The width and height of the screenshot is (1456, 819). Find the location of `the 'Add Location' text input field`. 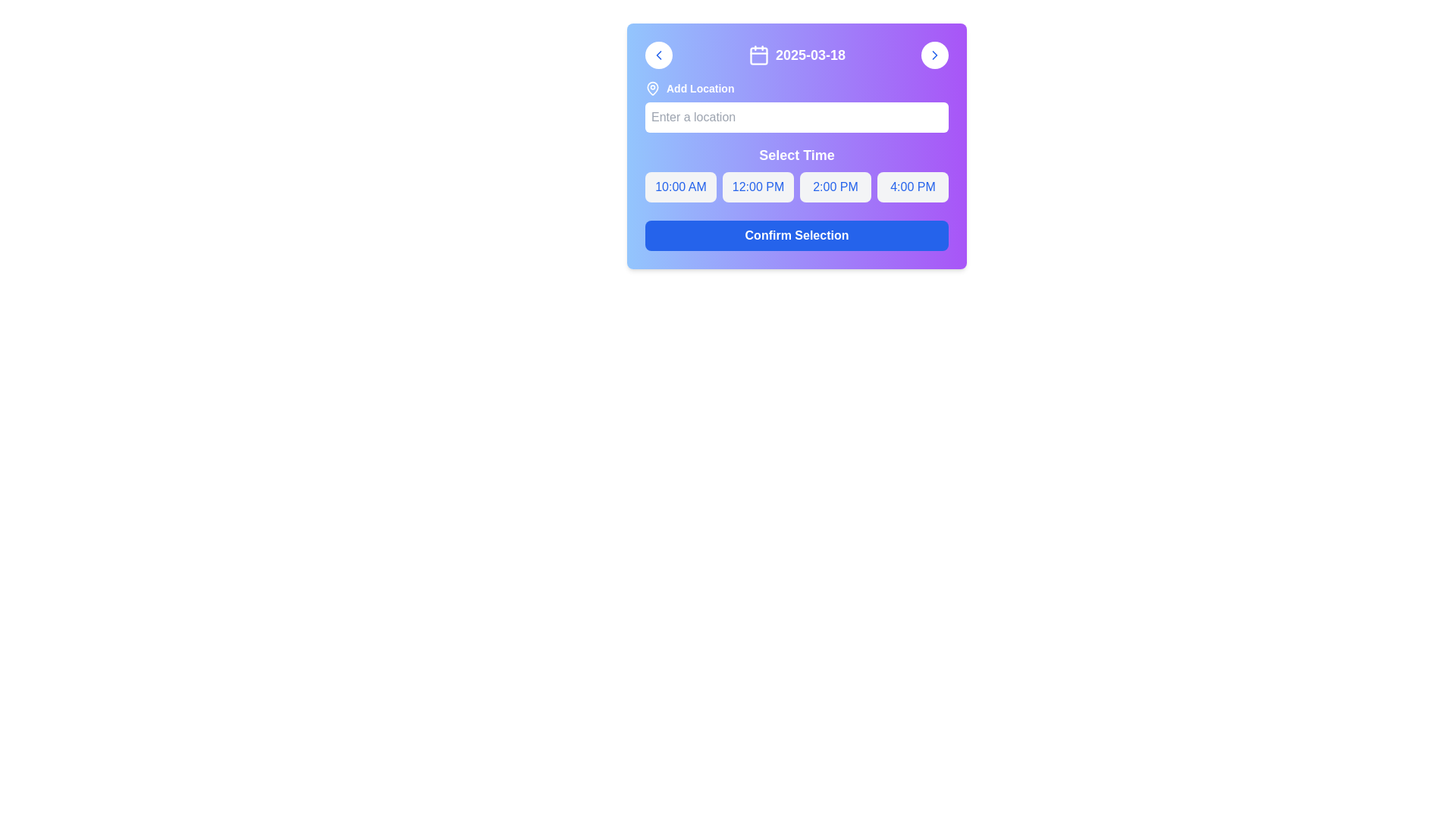

the 'Add Location' text input field is located at coordinates (796, 106).